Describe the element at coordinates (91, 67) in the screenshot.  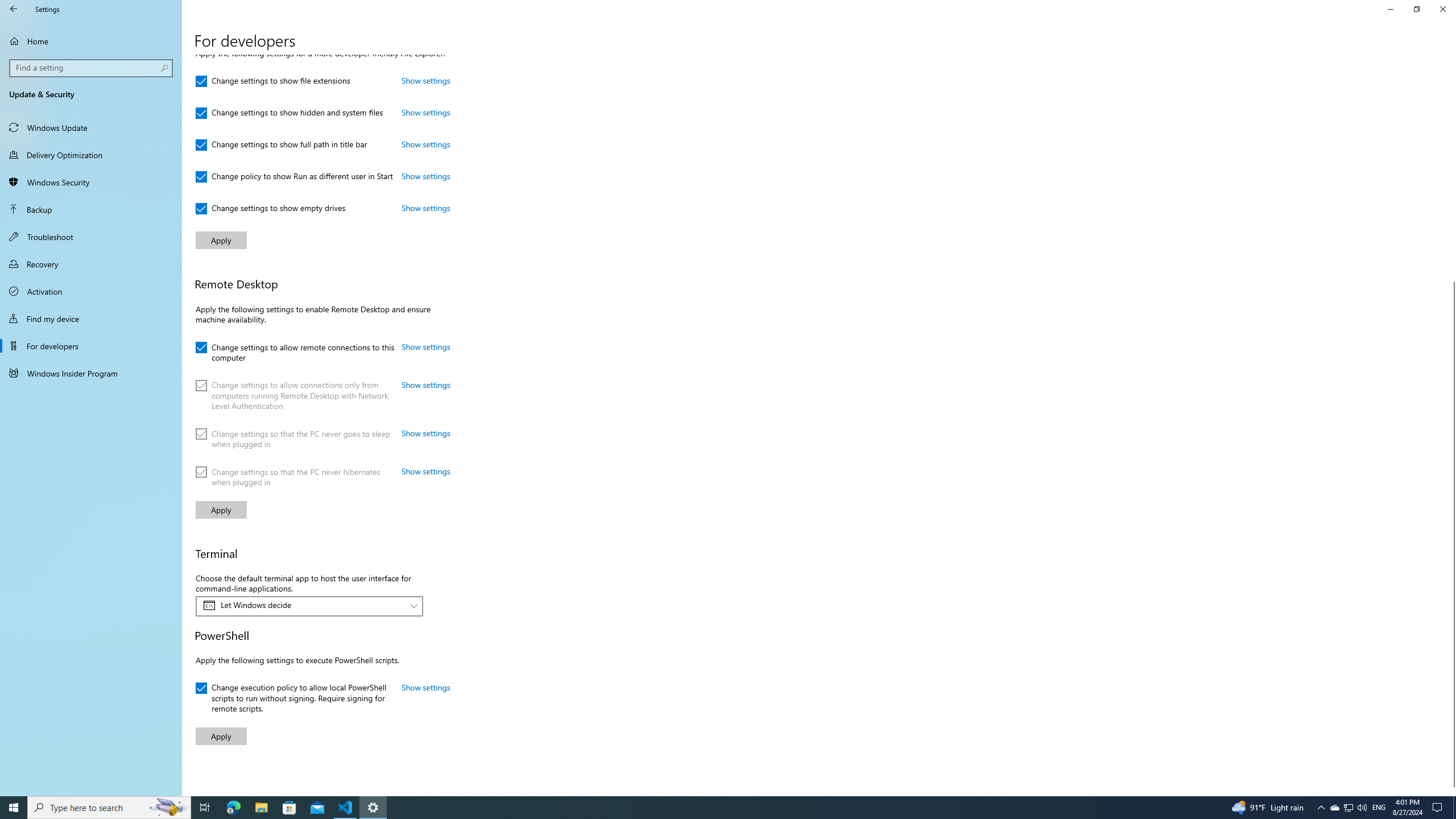
I see `'Search box, Find a setting'` at that location.